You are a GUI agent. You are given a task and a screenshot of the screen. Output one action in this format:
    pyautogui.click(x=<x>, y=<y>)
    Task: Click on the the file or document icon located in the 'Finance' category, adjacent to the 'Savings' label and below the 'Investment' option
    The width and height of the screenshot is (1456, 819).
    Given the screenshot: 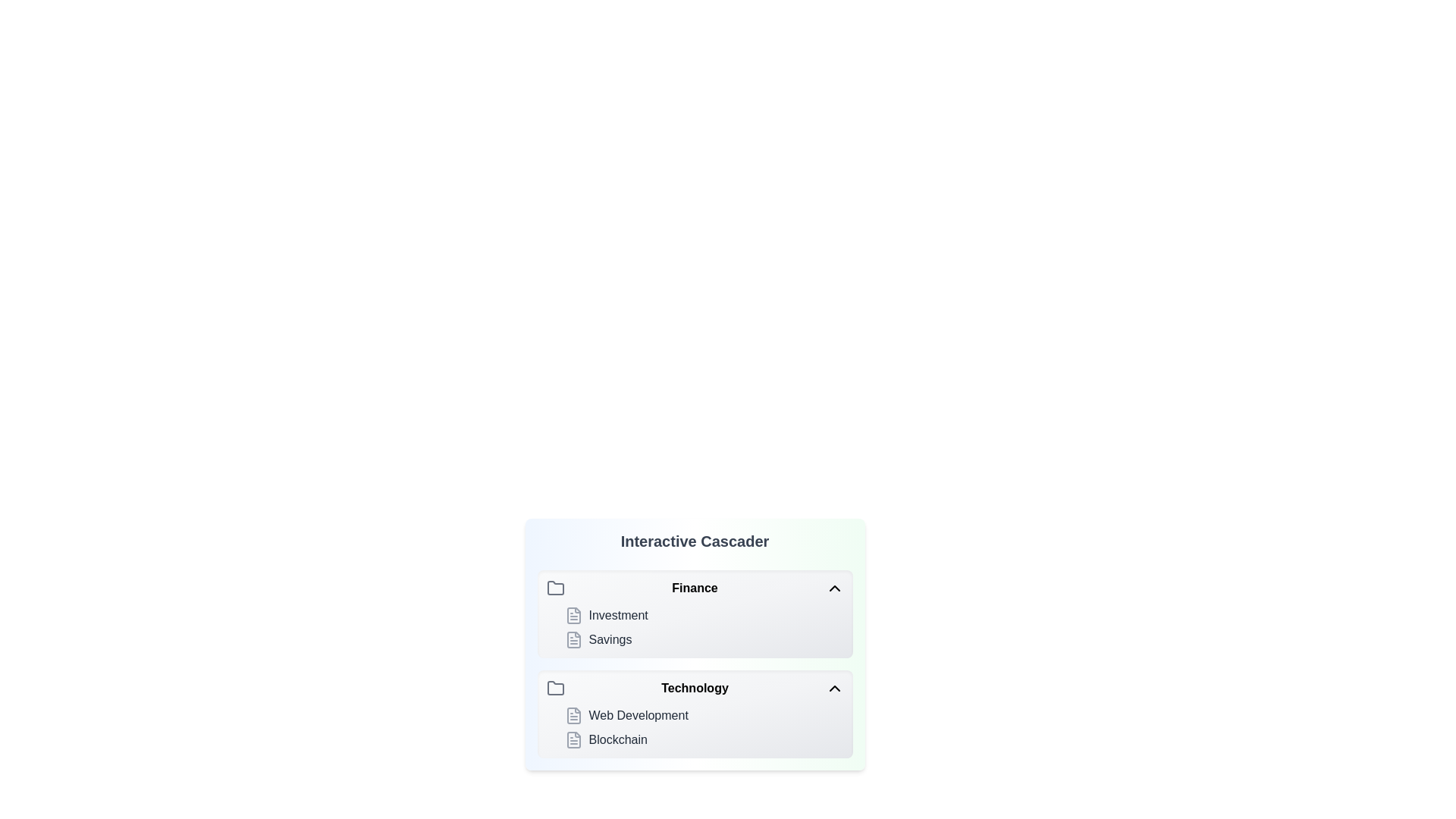 What is the action you would take?
    pyautogui.click(x=573, y=640)
    